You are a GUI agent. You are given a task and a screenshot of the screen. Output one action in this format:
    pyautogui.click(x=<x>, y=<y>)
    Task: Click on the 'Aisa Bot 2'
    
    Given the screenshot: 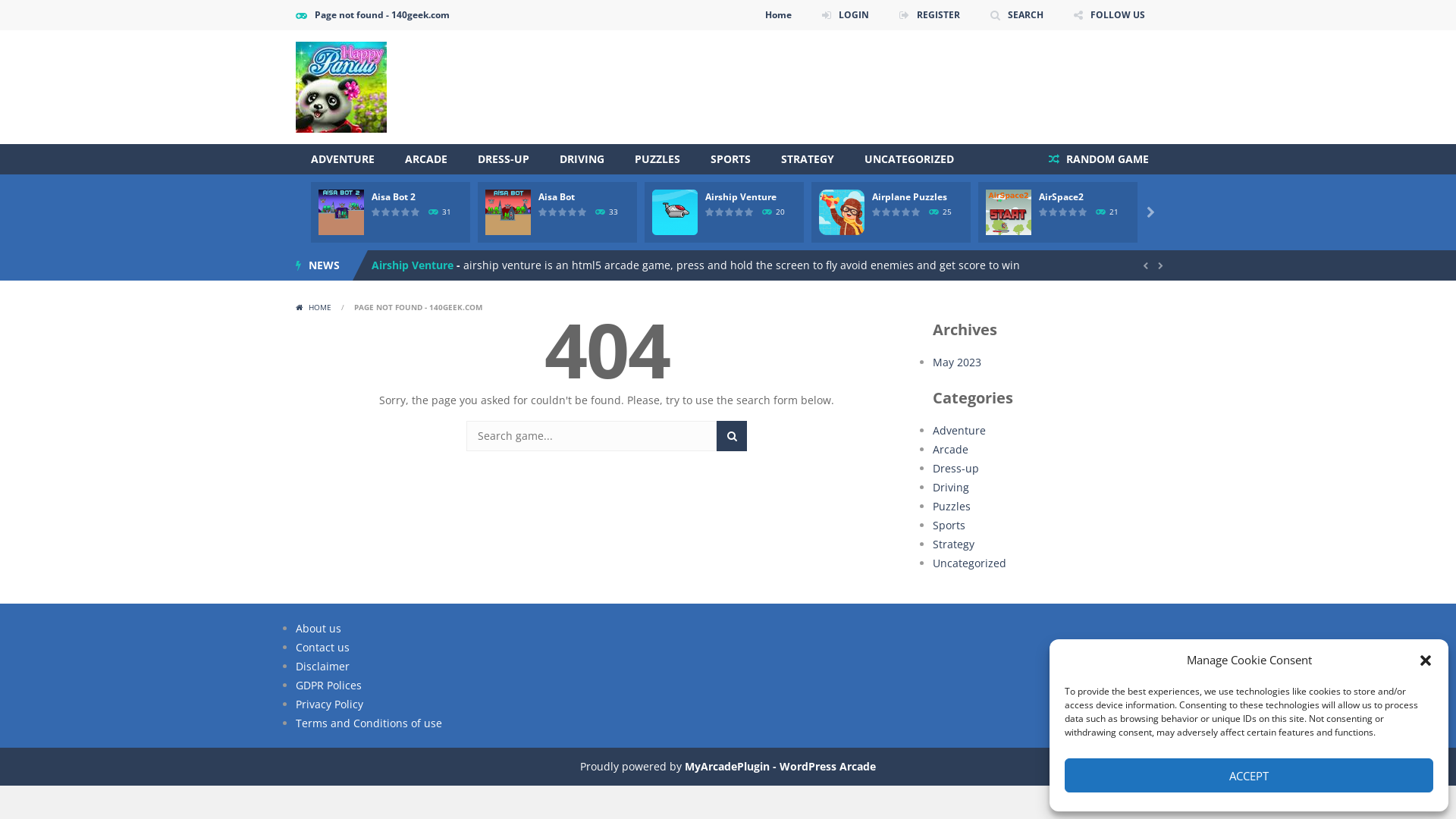 What is the action you would take?
    pyautogui.click(x=393, y=196)
    